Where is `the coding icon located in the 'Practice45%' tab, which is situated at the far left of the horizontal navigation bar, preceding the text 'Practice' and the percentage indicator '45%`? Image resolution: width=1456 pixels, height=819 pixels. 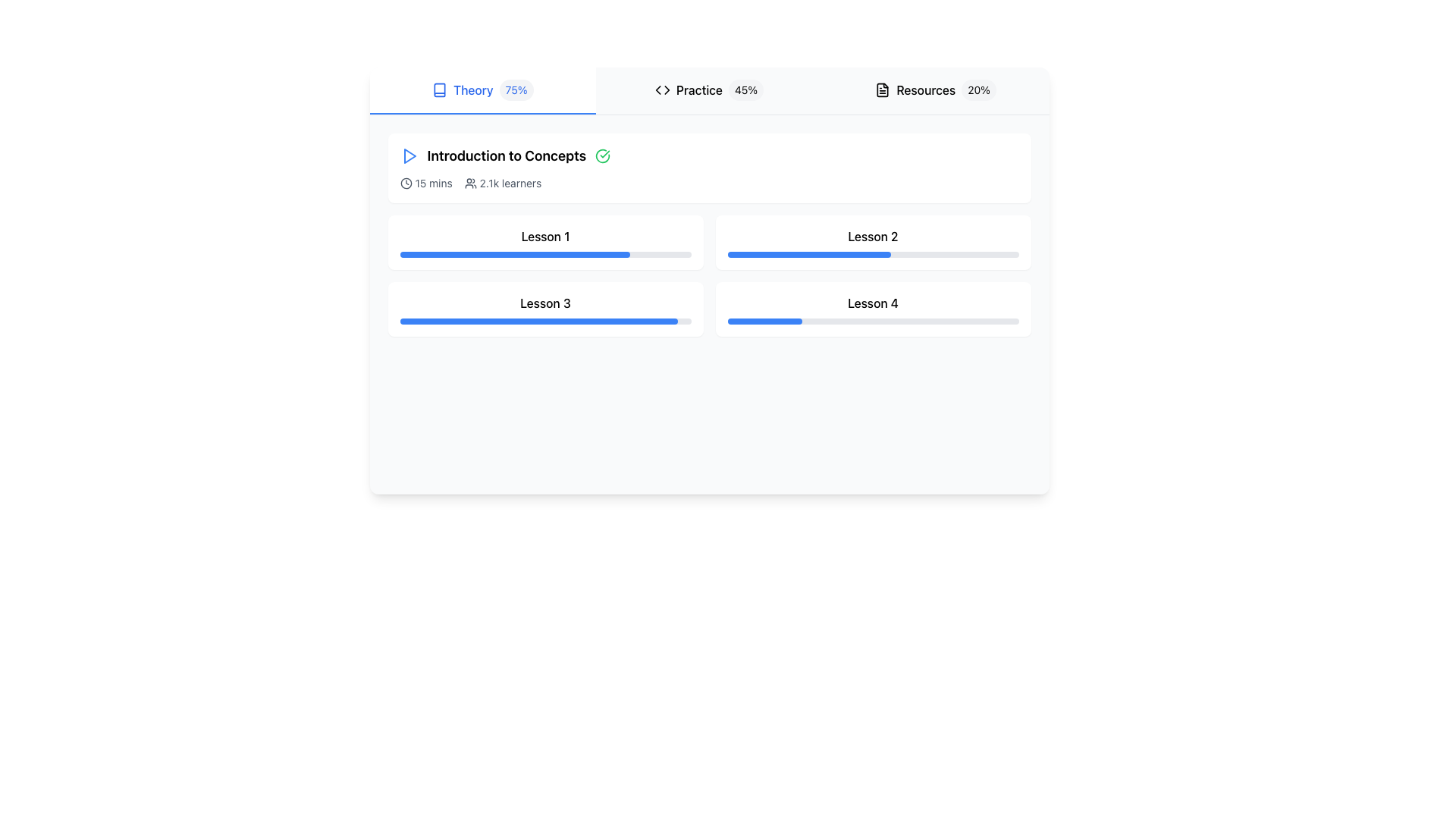
the coding icon located in the 'Practice45%' tab, which is situated at the far left of the horizontal navigation bar, preceding the text 'Practice' and the percentage indicator '45% is located at coordinates (662, 90).